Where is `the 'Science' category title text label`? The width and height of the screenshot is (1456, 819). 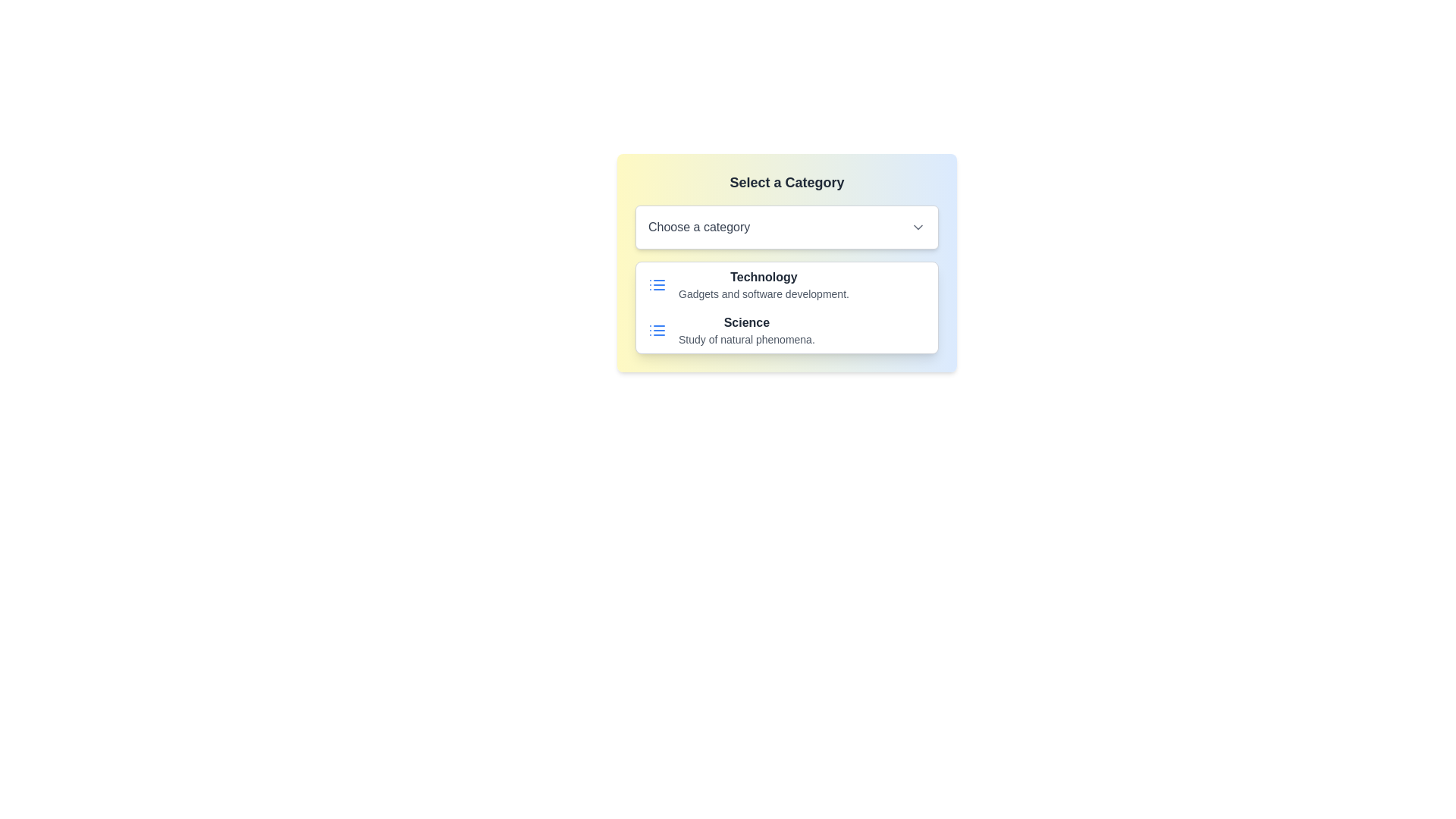 the 'Science' category title text label is located at coordinates (746, 322).